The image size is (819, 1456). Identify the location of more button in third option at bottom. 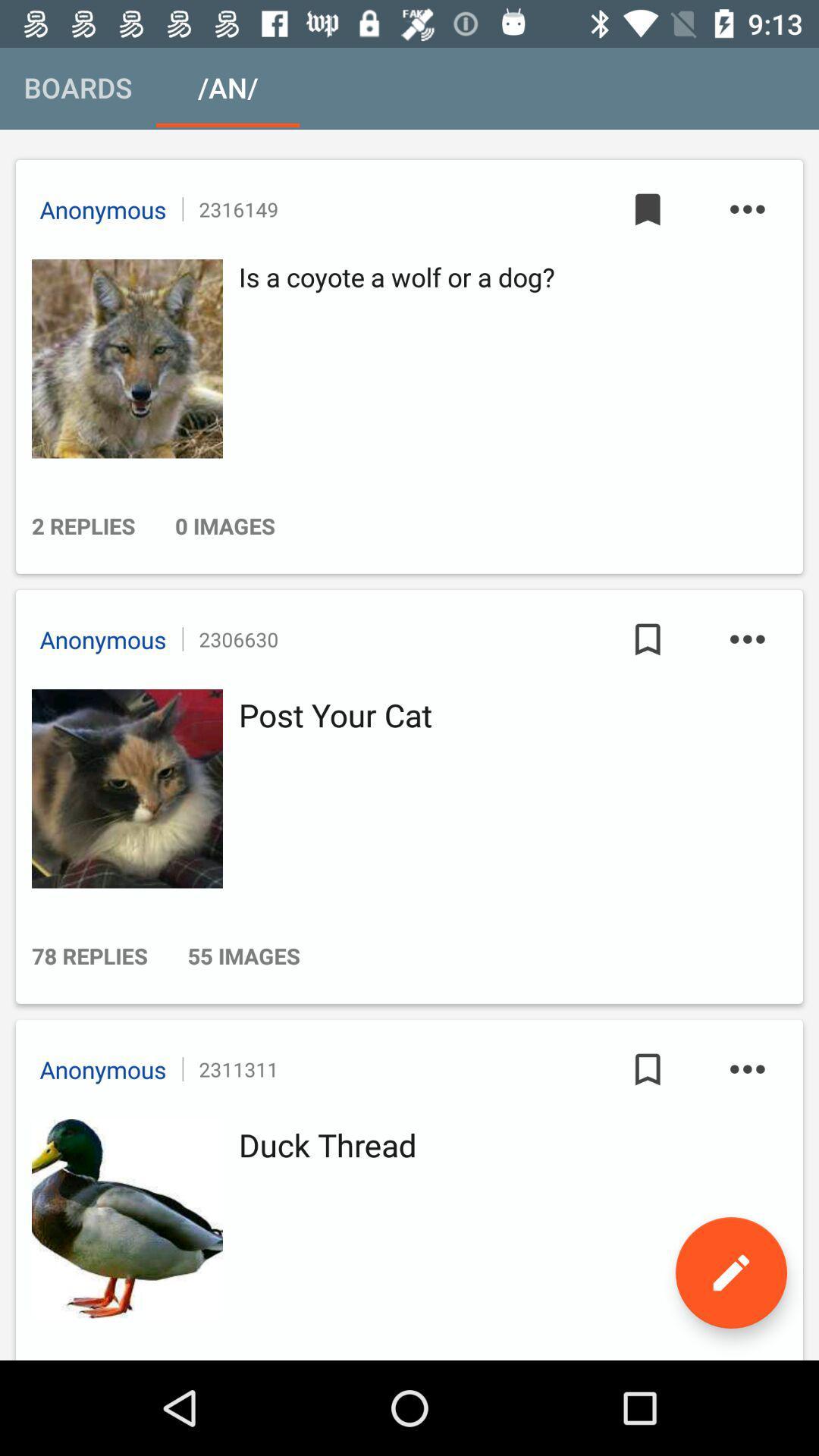
(747, 1068).